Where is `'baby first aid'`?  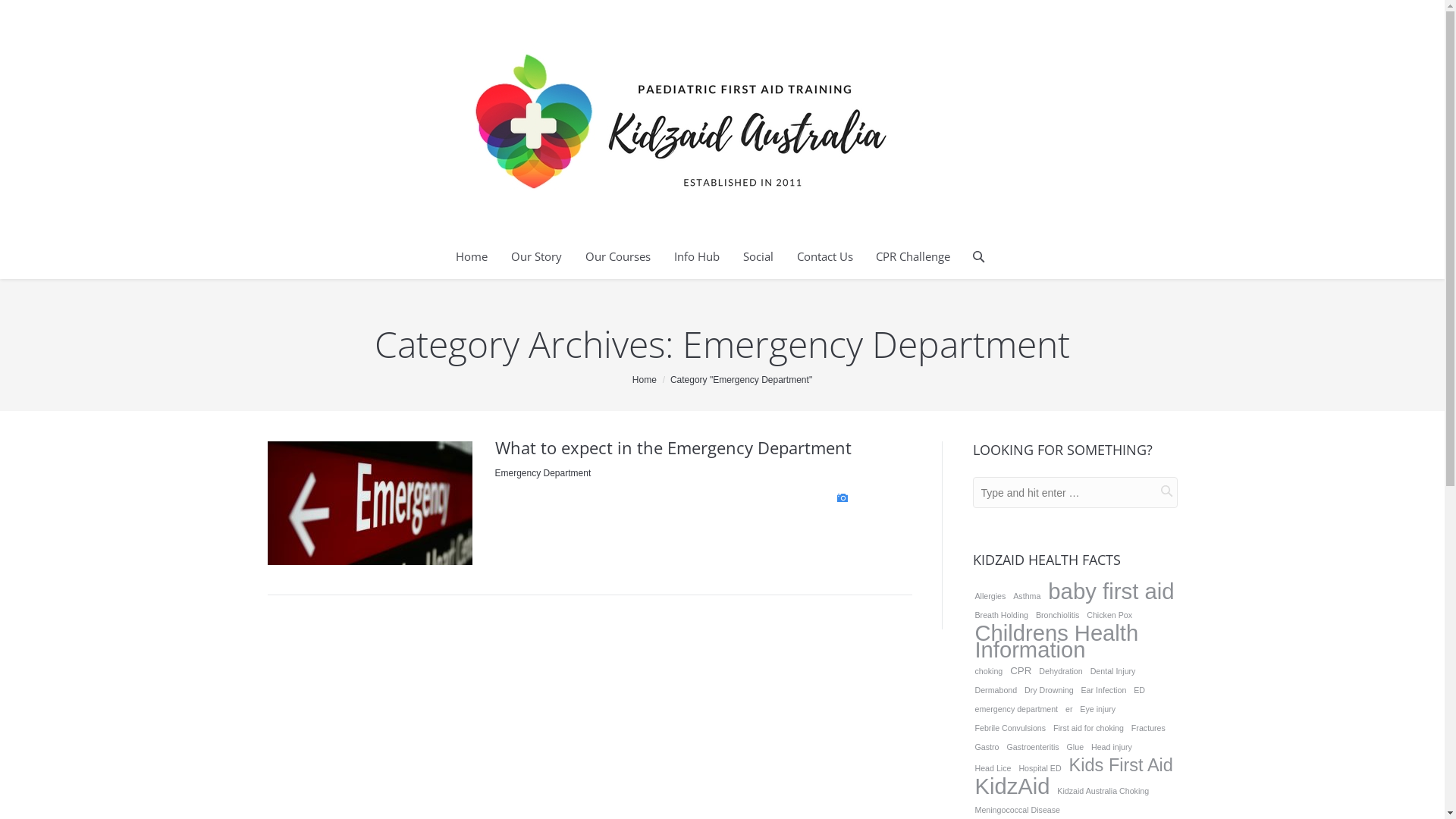
'baby first aid' is located at coordinates (1110, 590).